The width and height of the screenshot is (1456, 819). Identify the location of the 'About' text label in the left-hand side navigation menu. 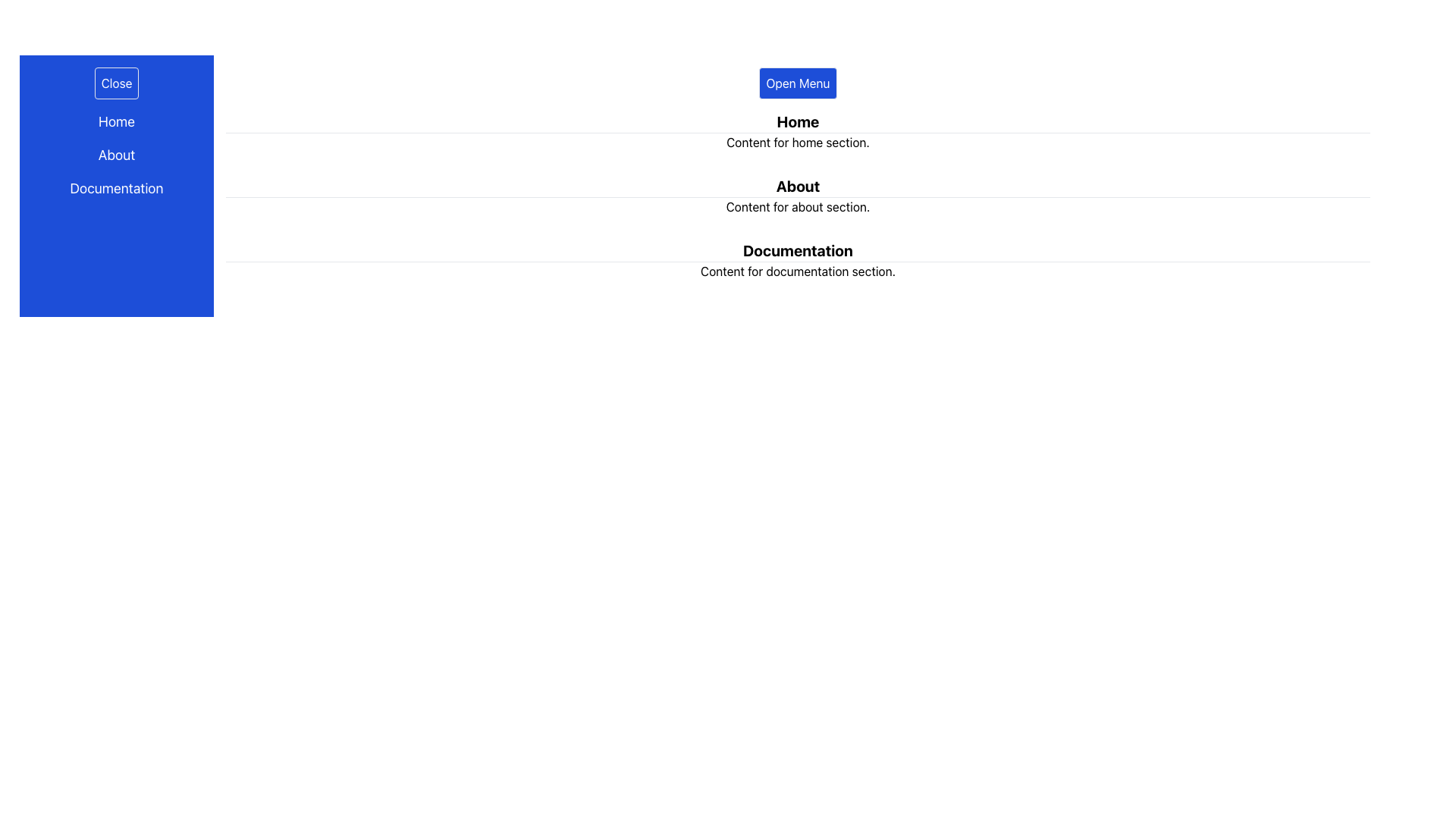
(115, 155).